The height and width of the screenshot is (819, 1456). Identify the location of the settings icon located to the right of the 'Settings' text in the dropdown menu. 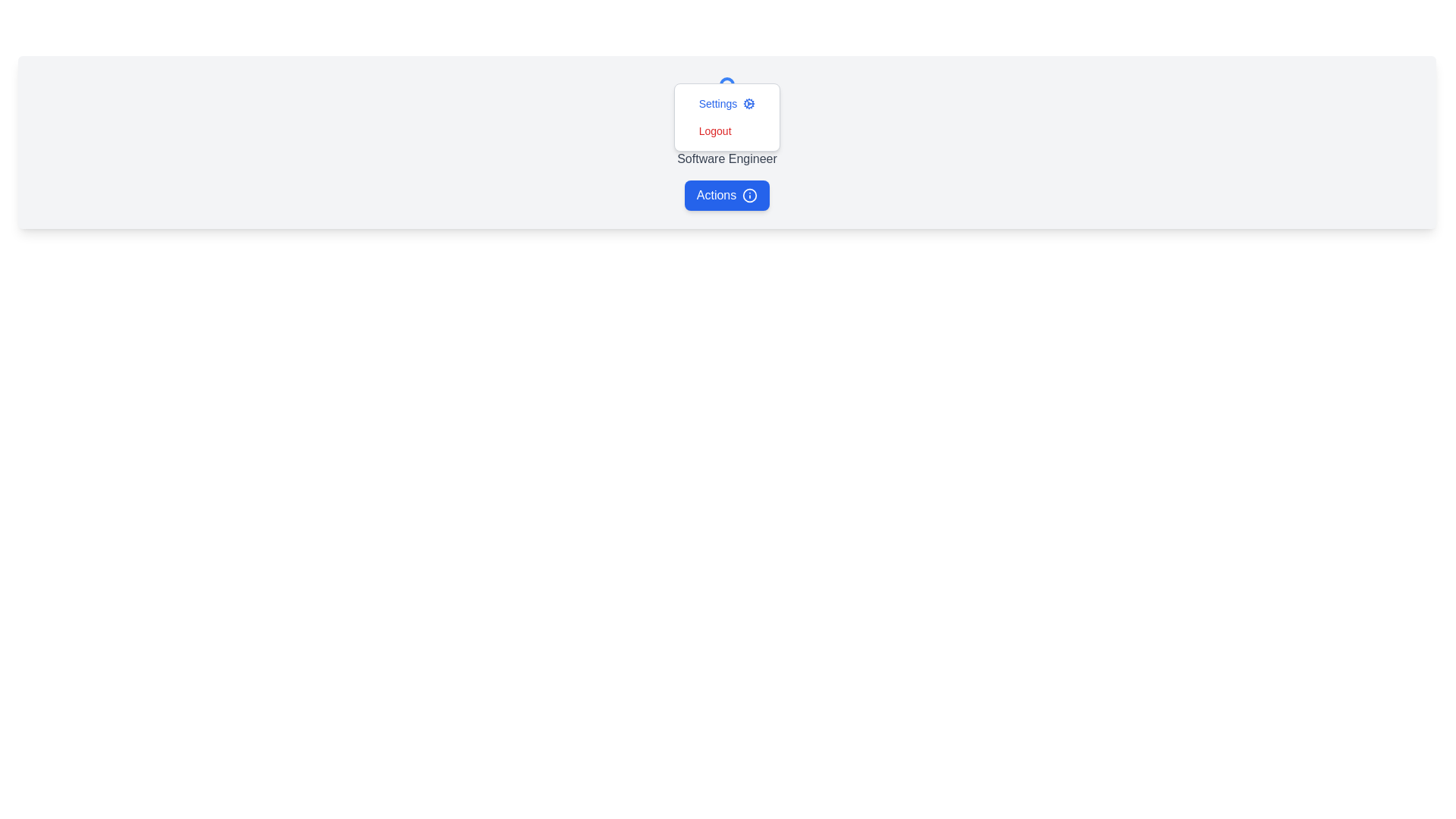
(749, 103).